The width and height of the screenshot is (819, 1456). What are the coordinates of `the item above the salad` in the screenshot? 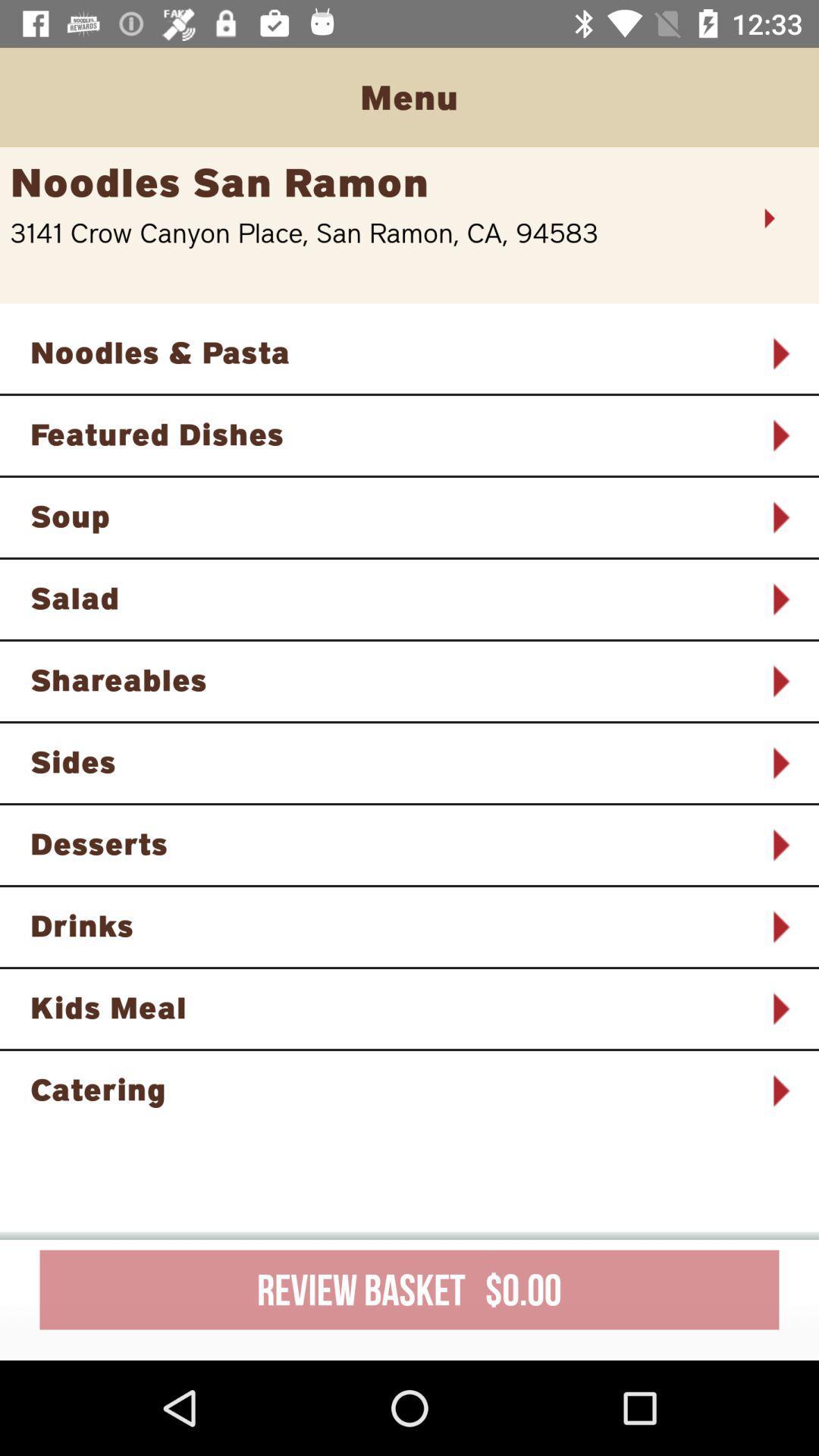 It's located at (389, 516).